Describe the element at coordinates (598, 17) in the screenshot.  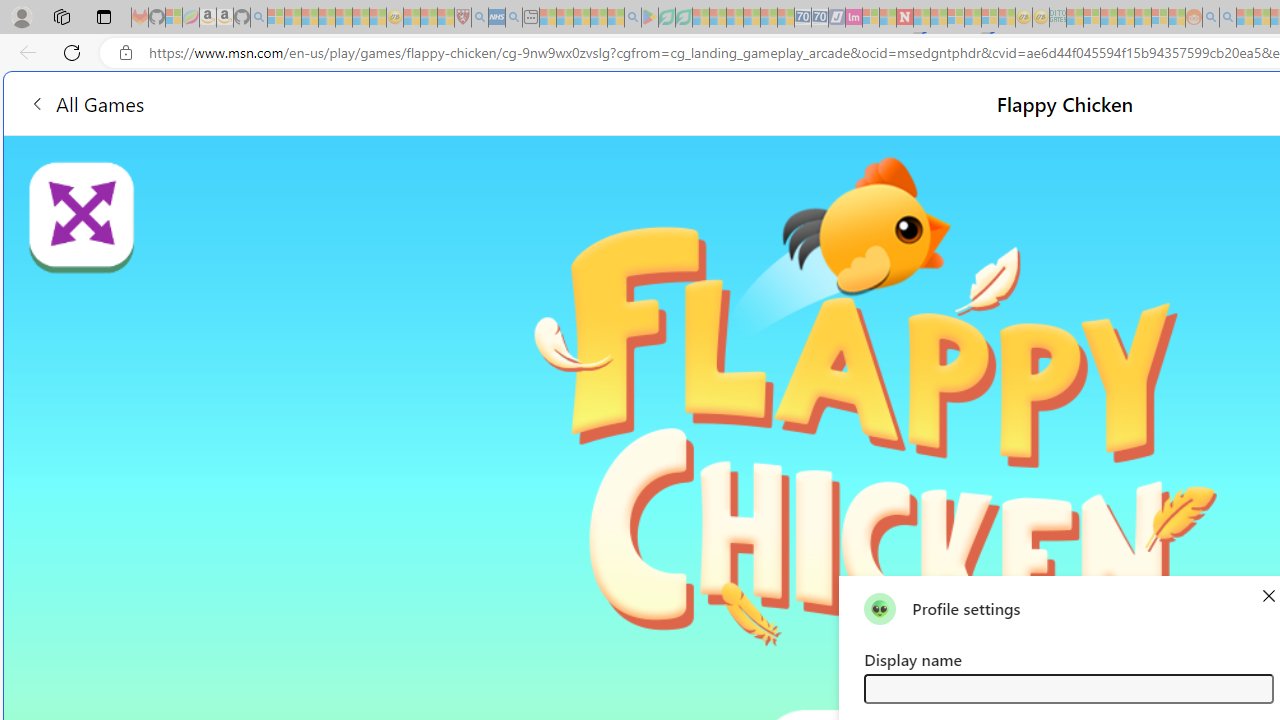
I see `'Pets - MSN - Sleeping'` at that location.